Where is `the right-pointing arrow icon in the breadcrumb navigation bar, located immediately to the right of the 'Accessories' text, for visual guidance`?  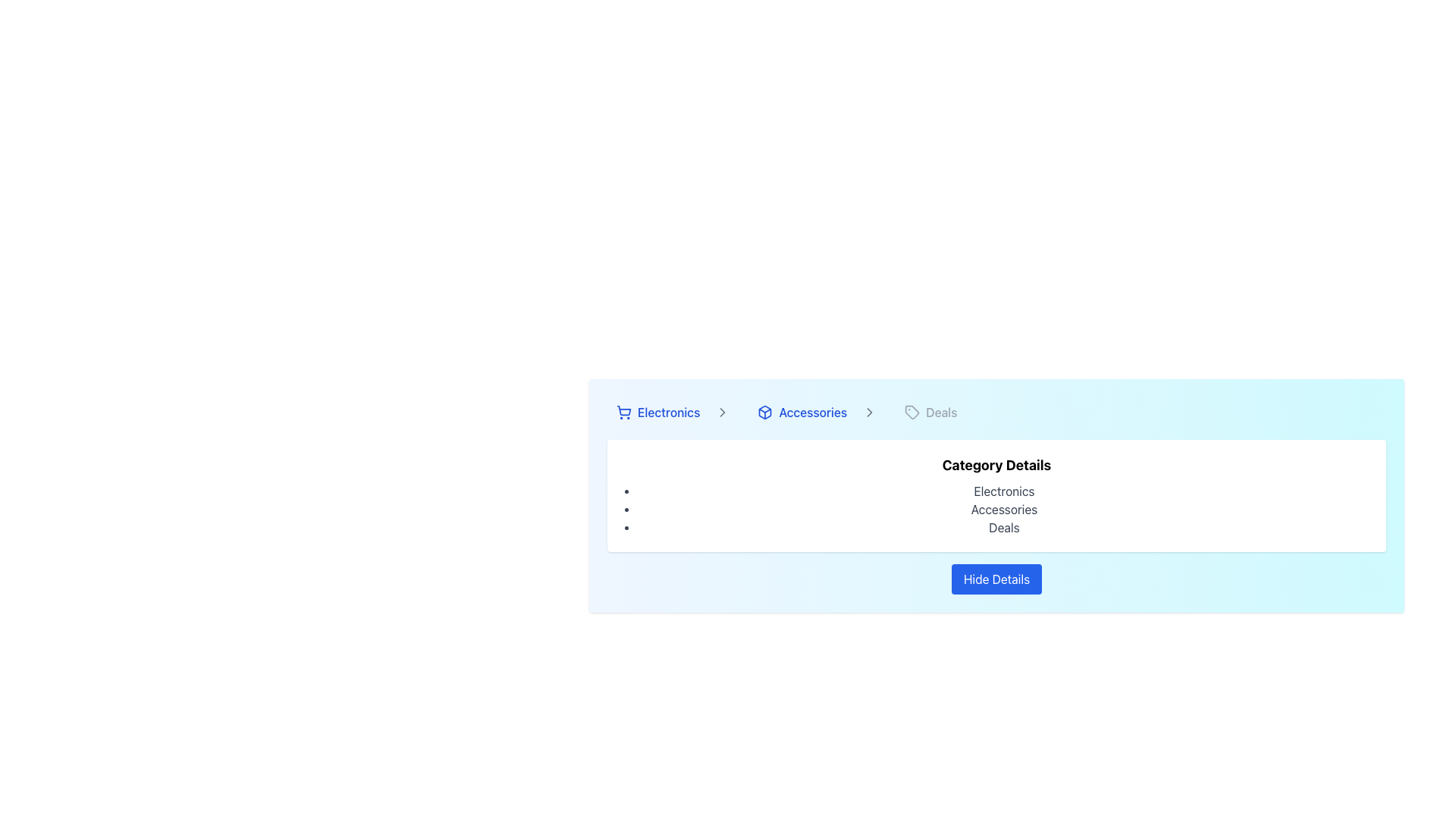 the right-pointing arrow icon in the breadcrumb navigation bar, located immediately to the right of the 'Accessories' text, for visual guidance is located at coordinates (870, 412).